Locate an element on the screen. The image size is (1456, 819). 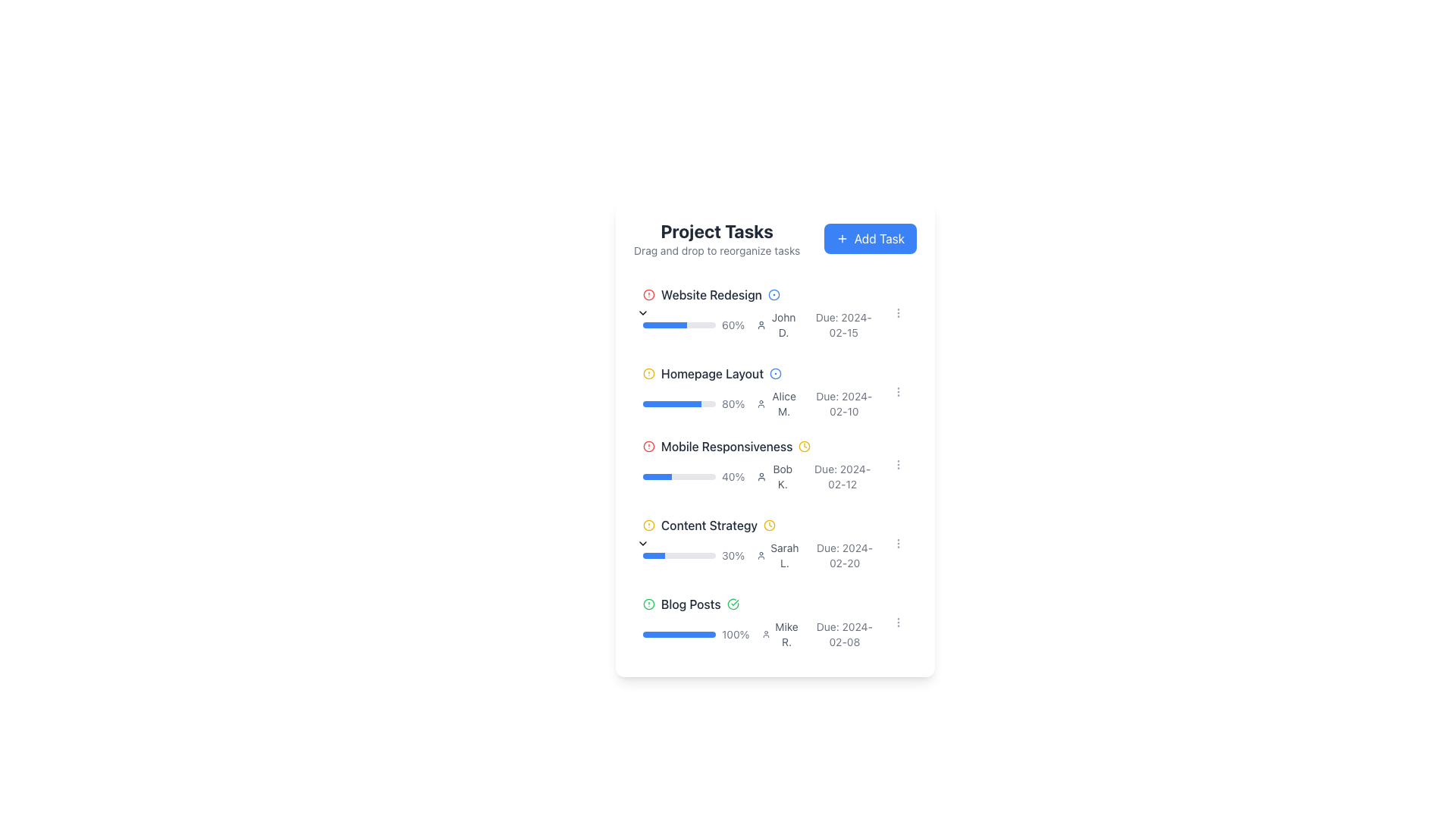
the static text label displaying '30%' which is part of the progress indicator for 'Content Strategy' is located at coordinates (733, 555).